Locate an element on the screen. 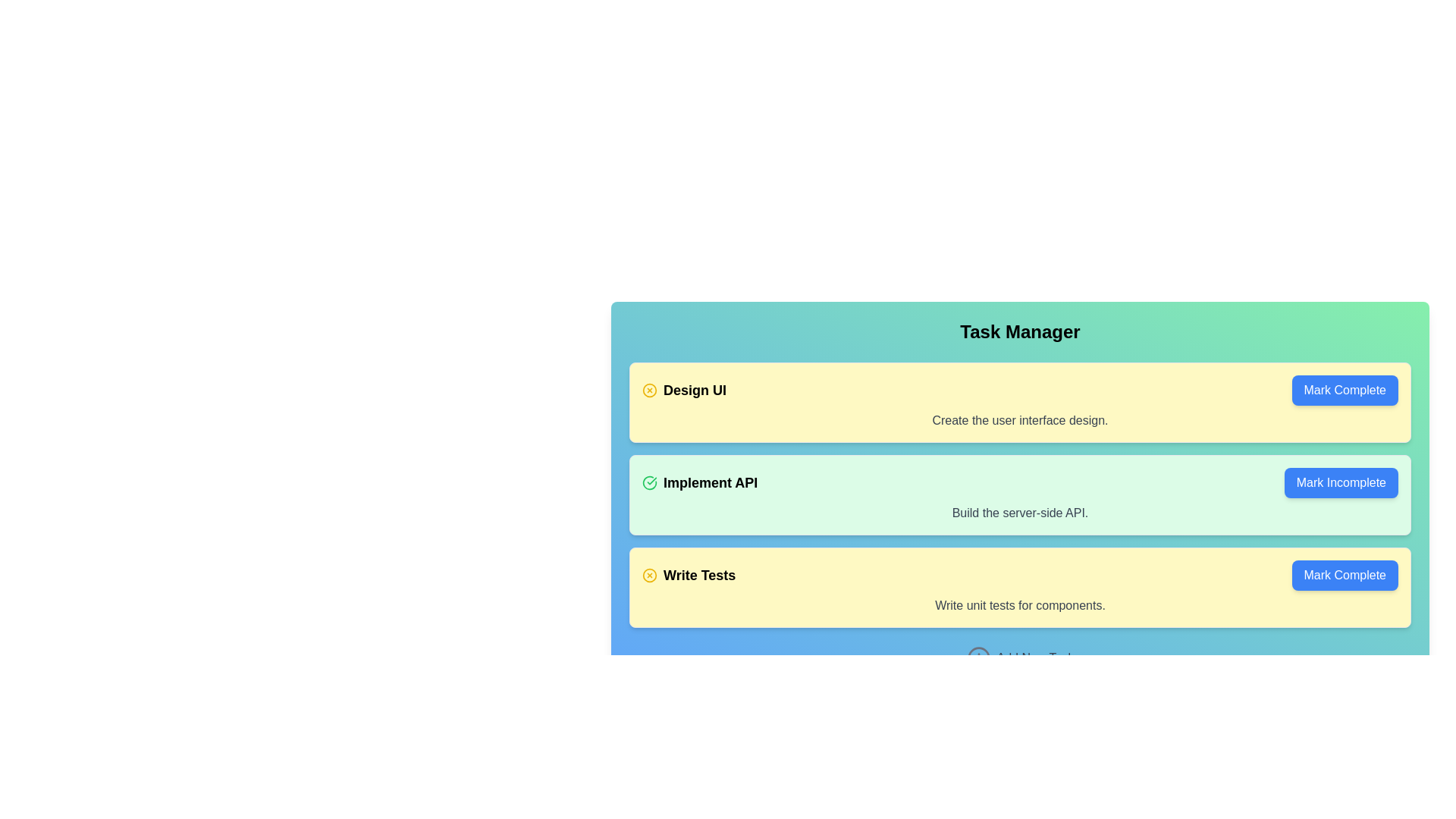  the Text label that provides a description for the 'Implement API' task, located in the task card below the main task heading is located at coordinates (1020, 513).